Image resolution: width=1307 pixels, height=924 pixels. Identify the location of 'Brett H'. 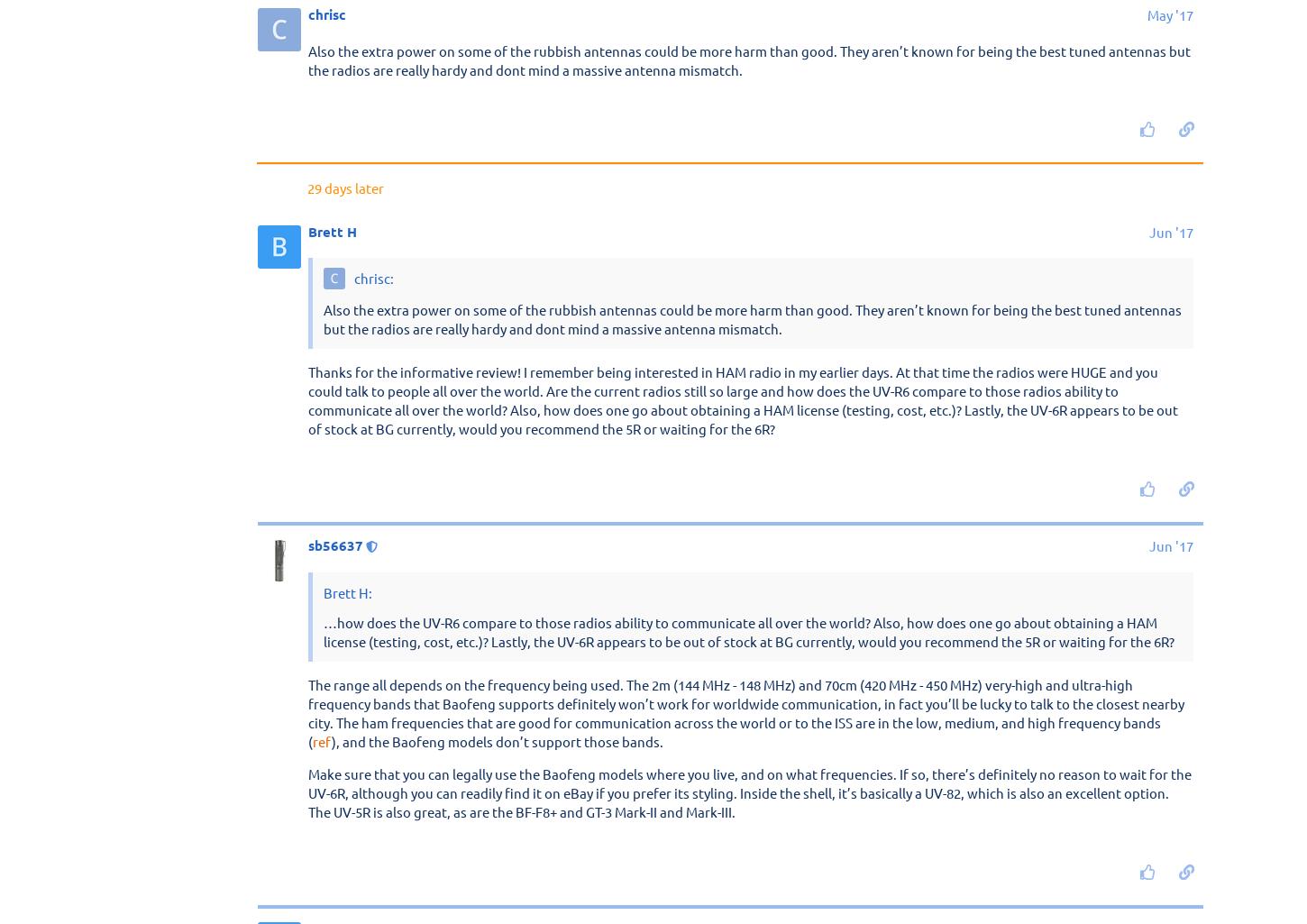
(332, 751).